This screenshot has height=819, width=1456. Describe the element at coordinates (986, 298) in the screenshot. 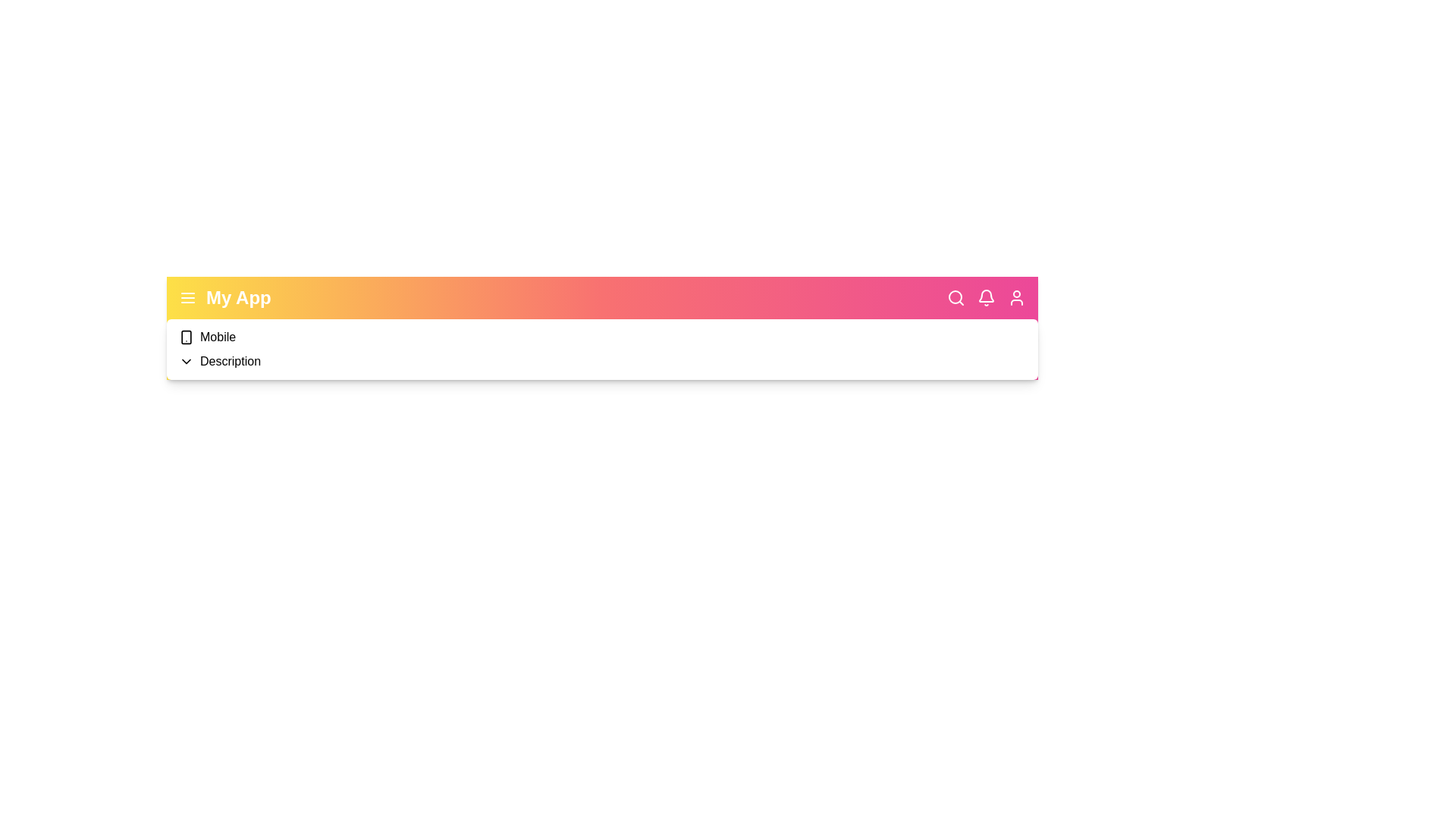

I see `the bell icon to trigger its associated action` at that location.